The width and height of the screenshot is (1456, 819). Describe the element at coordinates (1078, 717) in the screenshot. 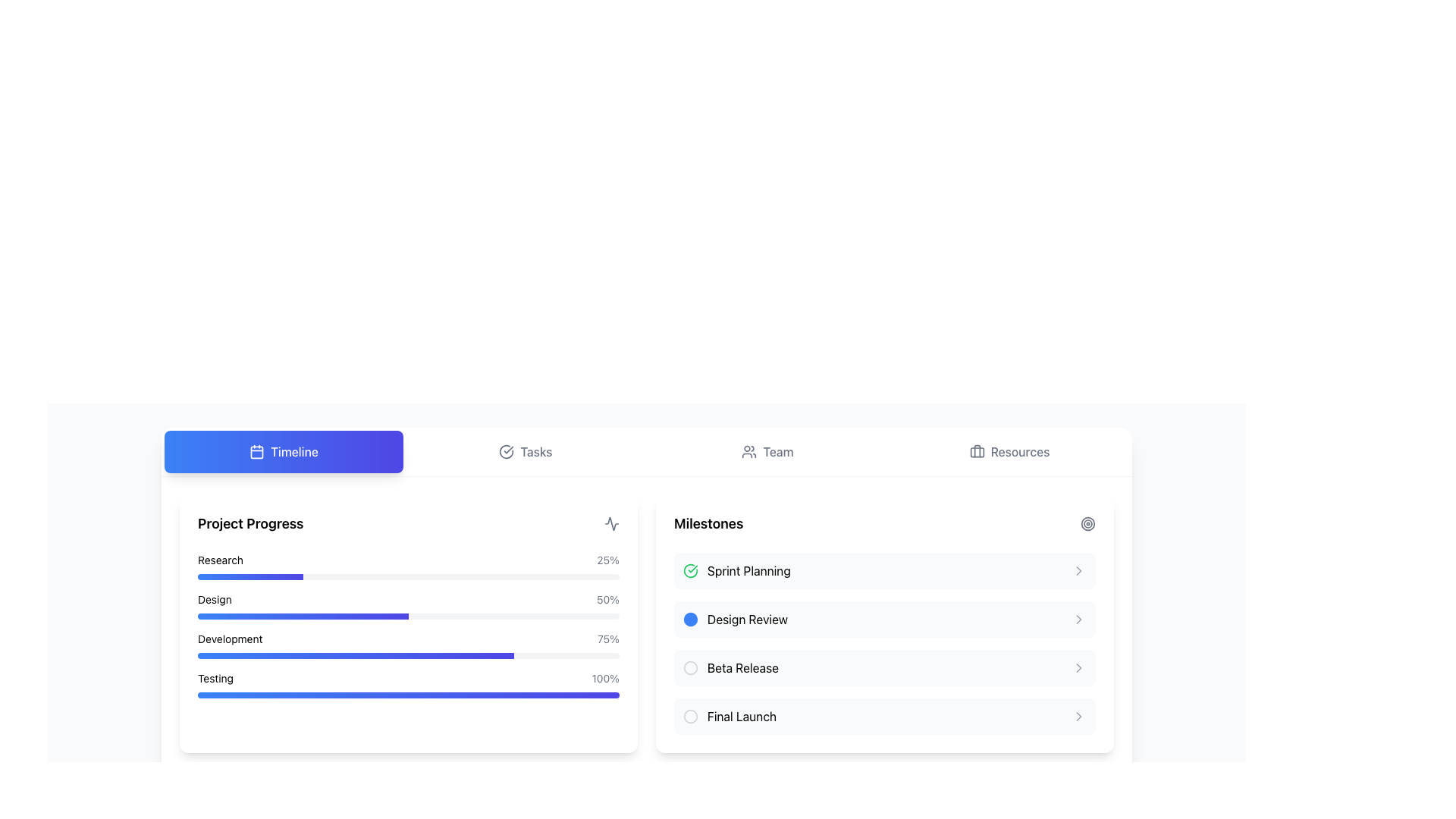

I see `the rightward-pointing chevron icon located in the 'Final Launch' row, positioned at the far right` at that location.